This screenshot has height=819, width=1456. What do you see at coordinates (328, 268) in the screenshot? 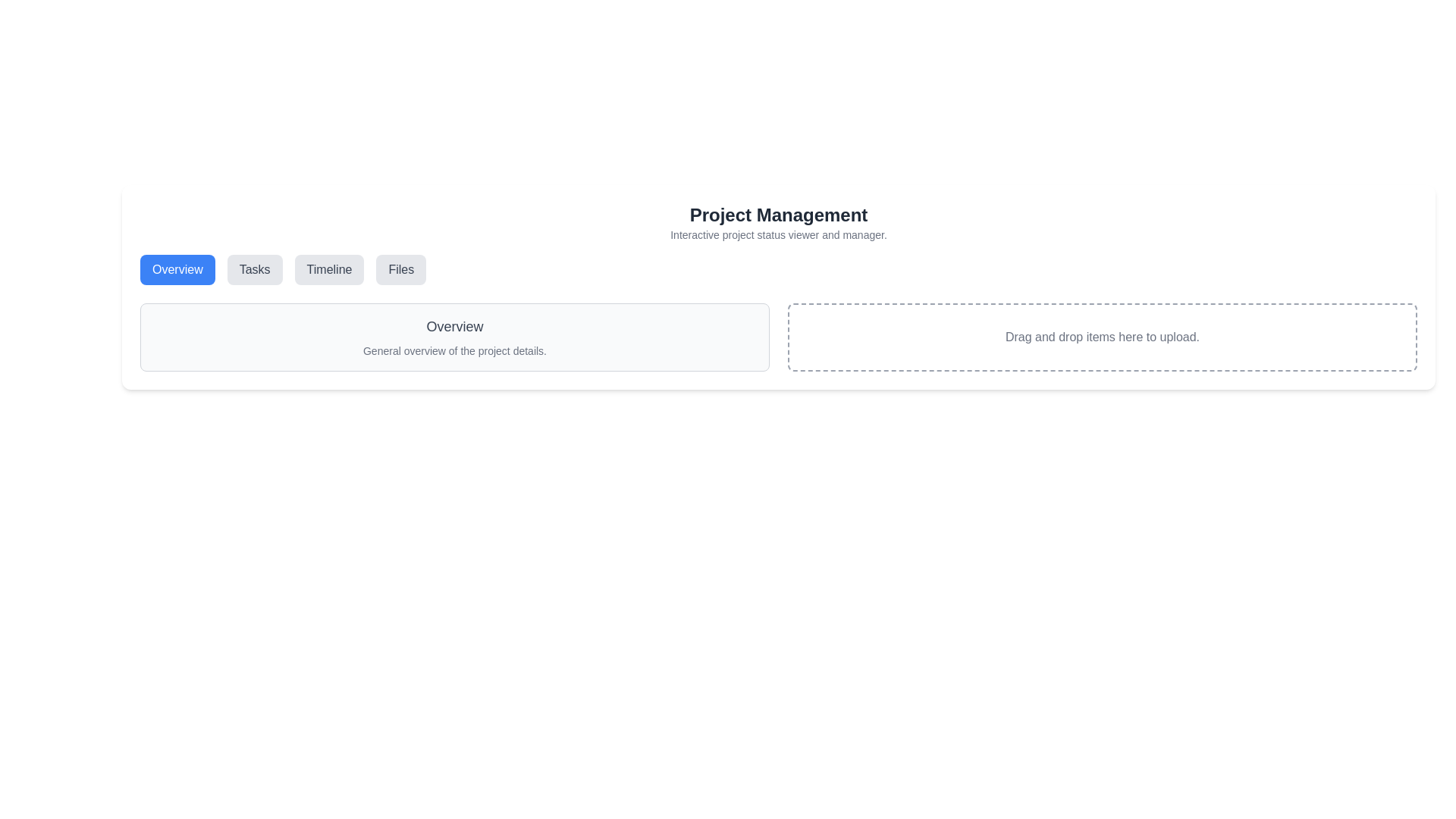
I see `the third button in a horizontal row of four` at bounding box center [328, 268].